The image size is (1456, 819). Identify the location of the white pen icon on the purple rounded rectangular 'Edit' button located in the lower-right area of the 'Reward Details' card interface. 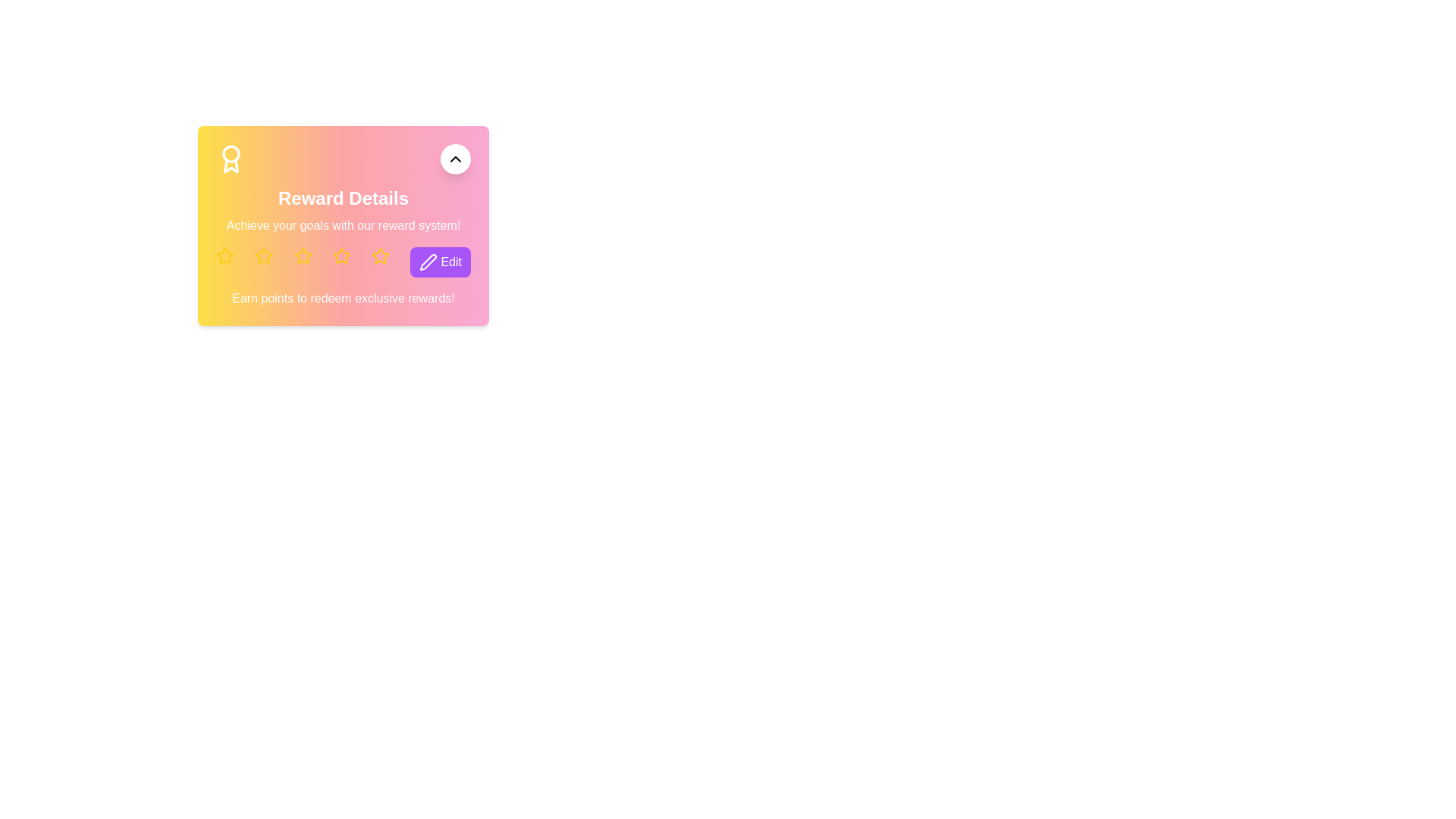
(428, 262).